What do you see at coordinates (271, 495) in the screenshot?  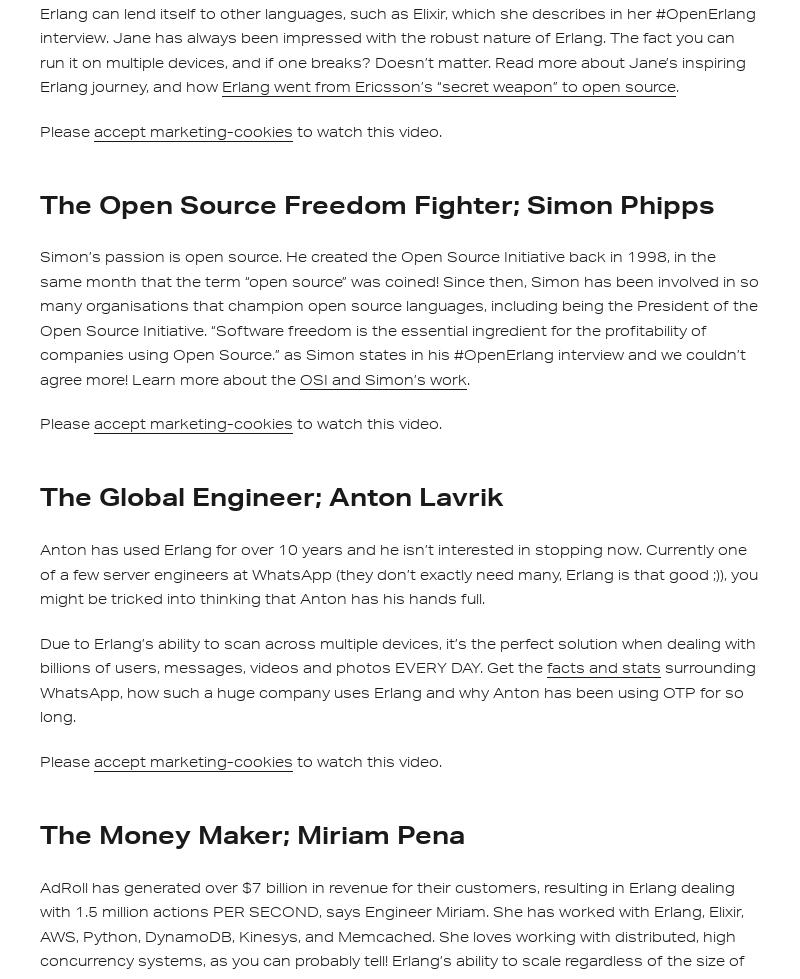 I see `'The Global Engineer; Anton Lavrik'` at bounding box center [271, 495].